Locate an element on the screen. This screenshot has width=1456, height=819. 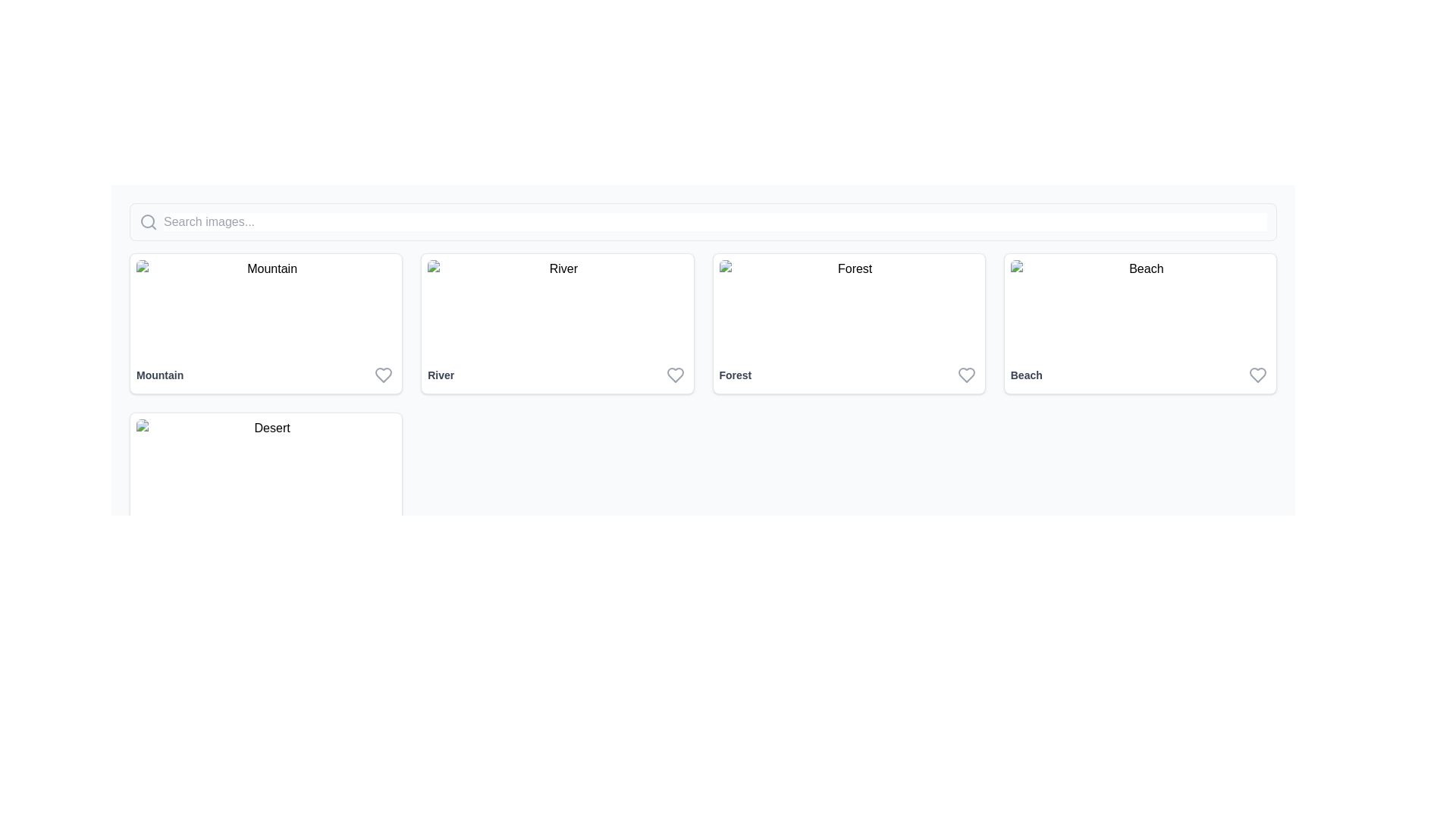
the 'Mountain' image placeholder at the top-left corner of the interface is located at coordinates (266, 308).